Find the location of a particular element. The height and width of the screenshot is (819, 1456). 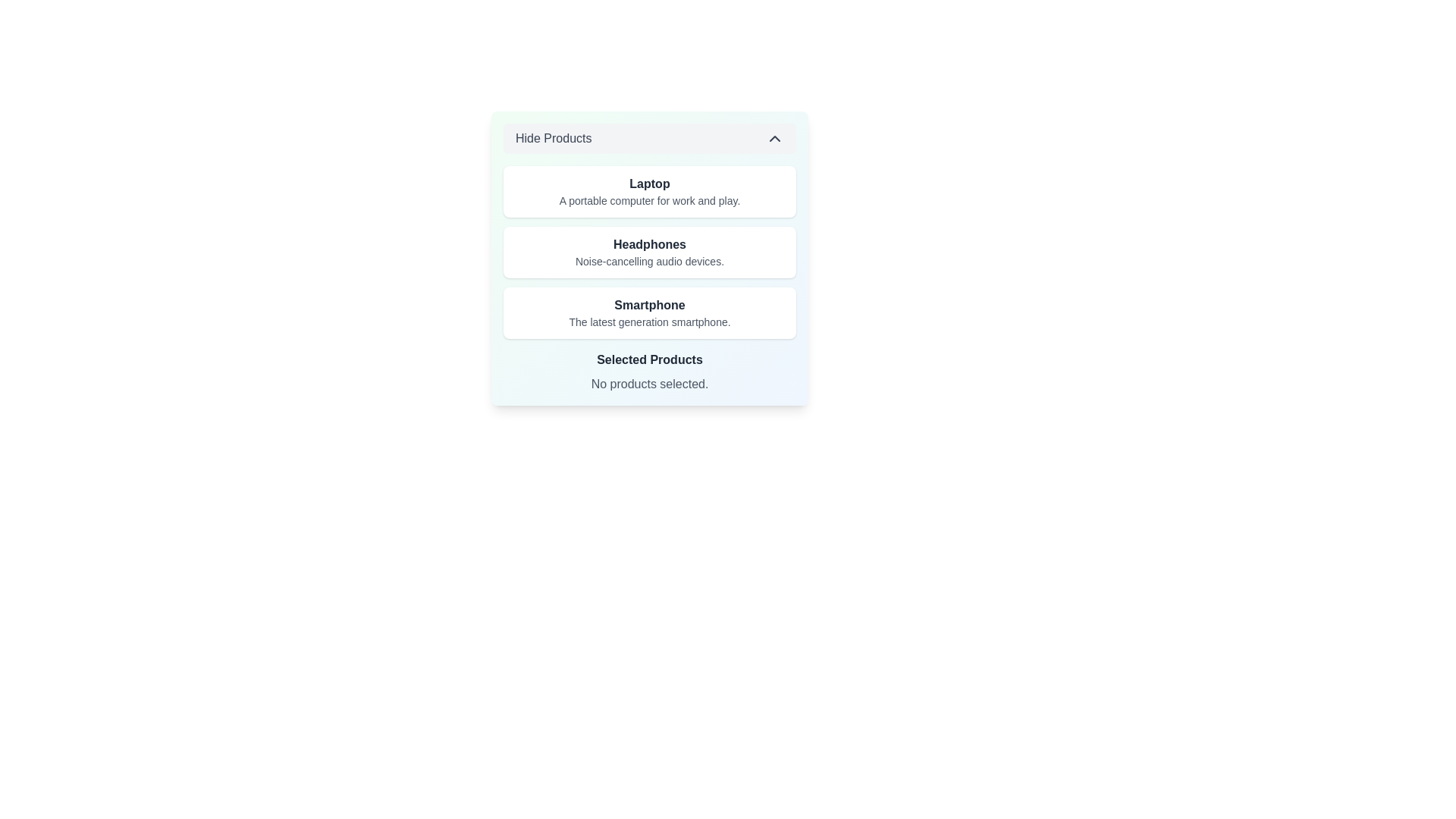

the Text Label that contains the text 'A portable computer for work and play.' which is rendered in a small, gray font and is located beneath the 'Laptop' text is located at coordinates (650, 200).